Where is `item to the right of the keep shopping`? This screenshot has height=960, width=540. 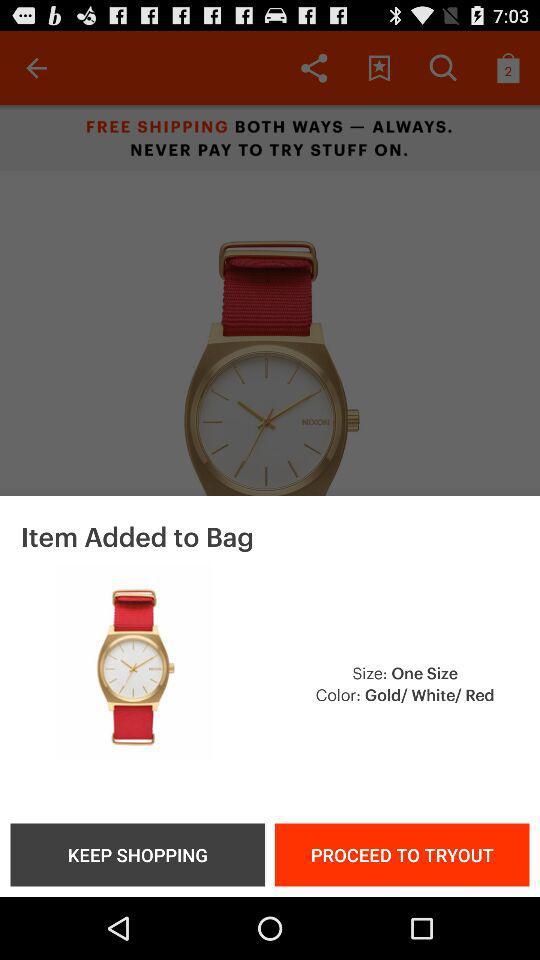 item to the right of the keep shopping is located at coordinates (402, 853).